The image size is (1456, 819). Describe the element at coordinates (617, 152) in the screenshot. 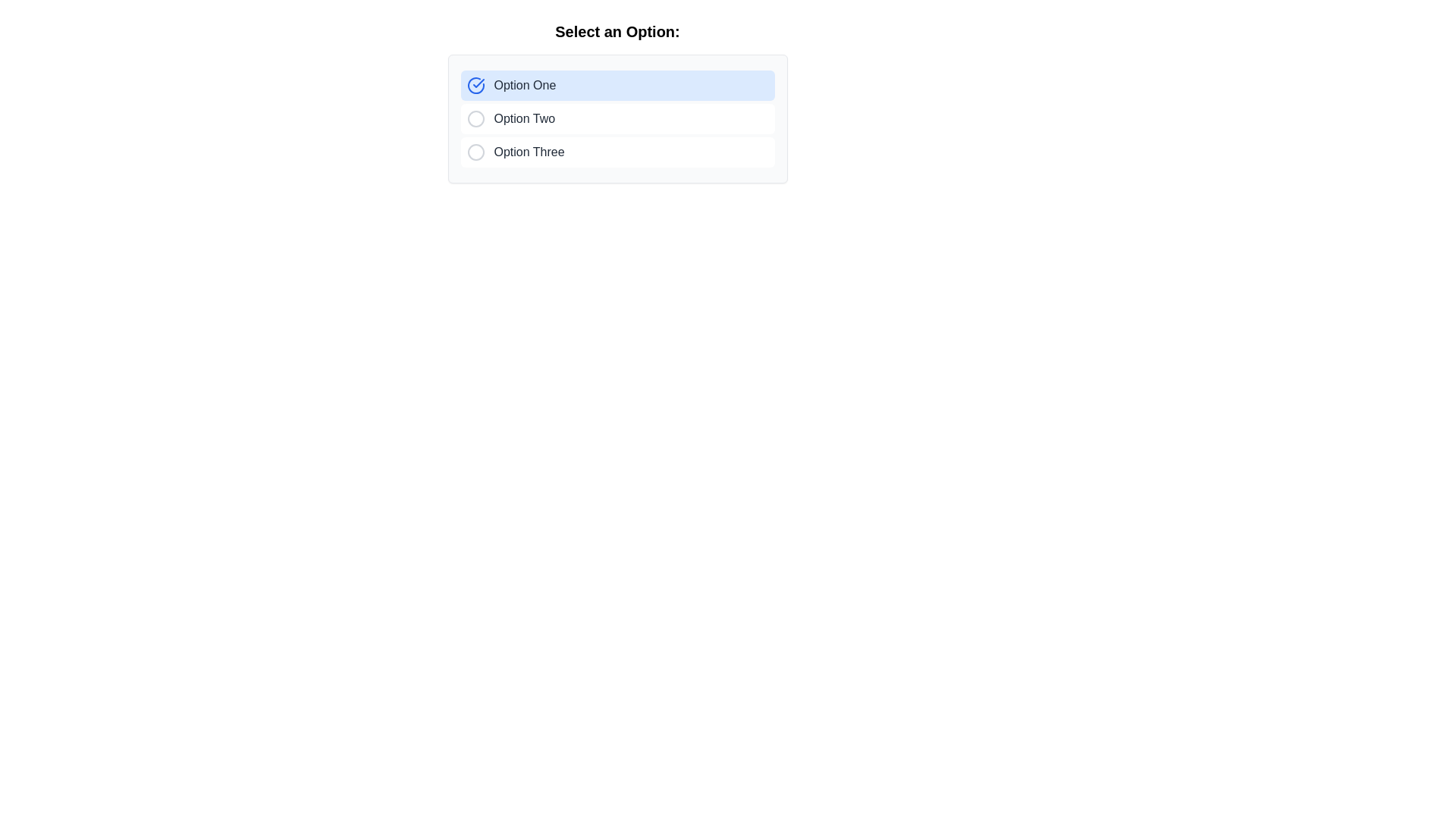

I see `the third option item labeled 'Option Three' in the vertical selection list` at that location.